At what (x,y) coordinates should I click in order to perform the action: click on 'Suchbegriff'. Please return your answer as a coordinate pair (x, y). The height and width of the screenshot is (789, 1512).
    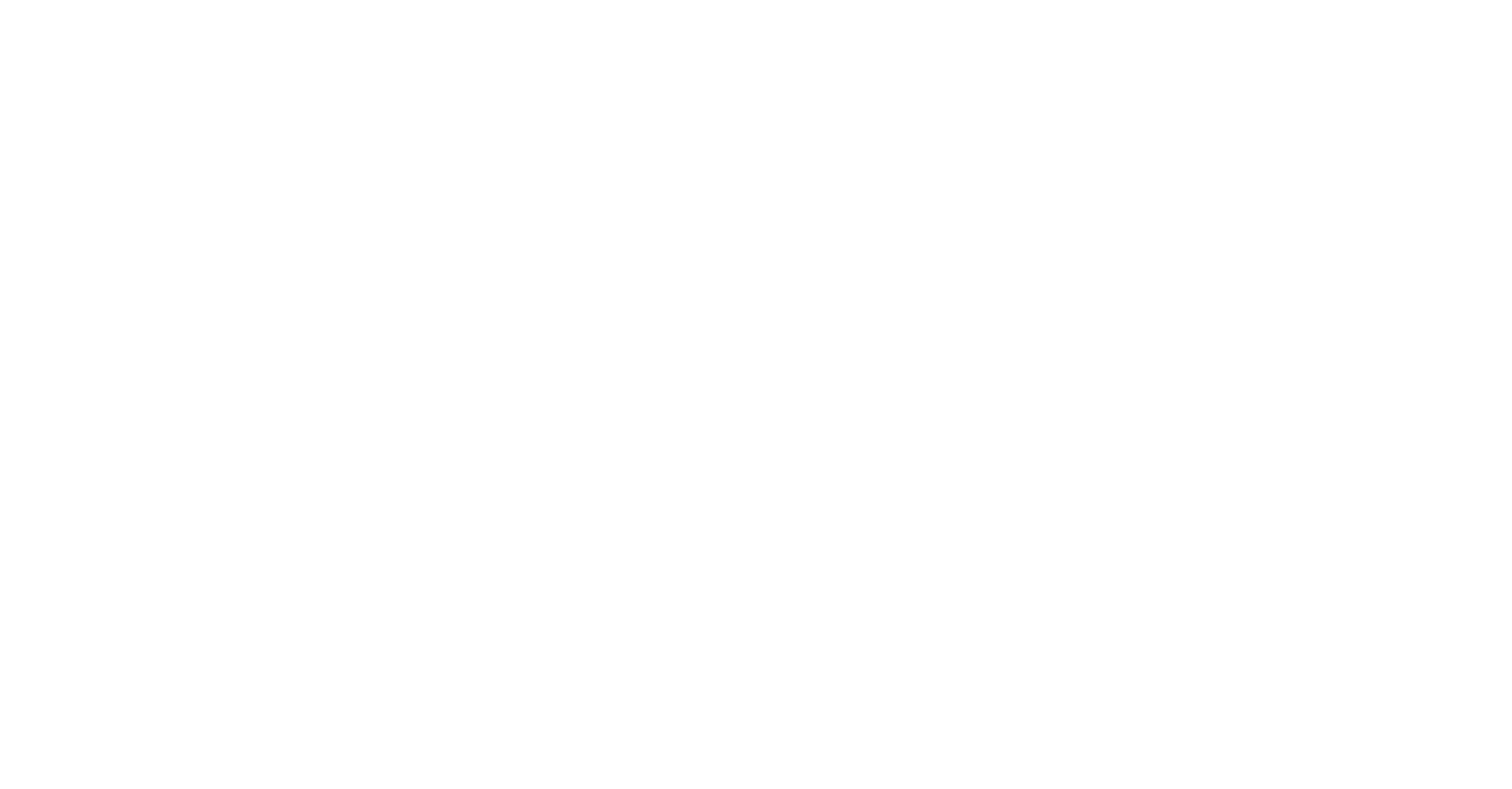
    Looking at the image, I should click on (1319, 762).